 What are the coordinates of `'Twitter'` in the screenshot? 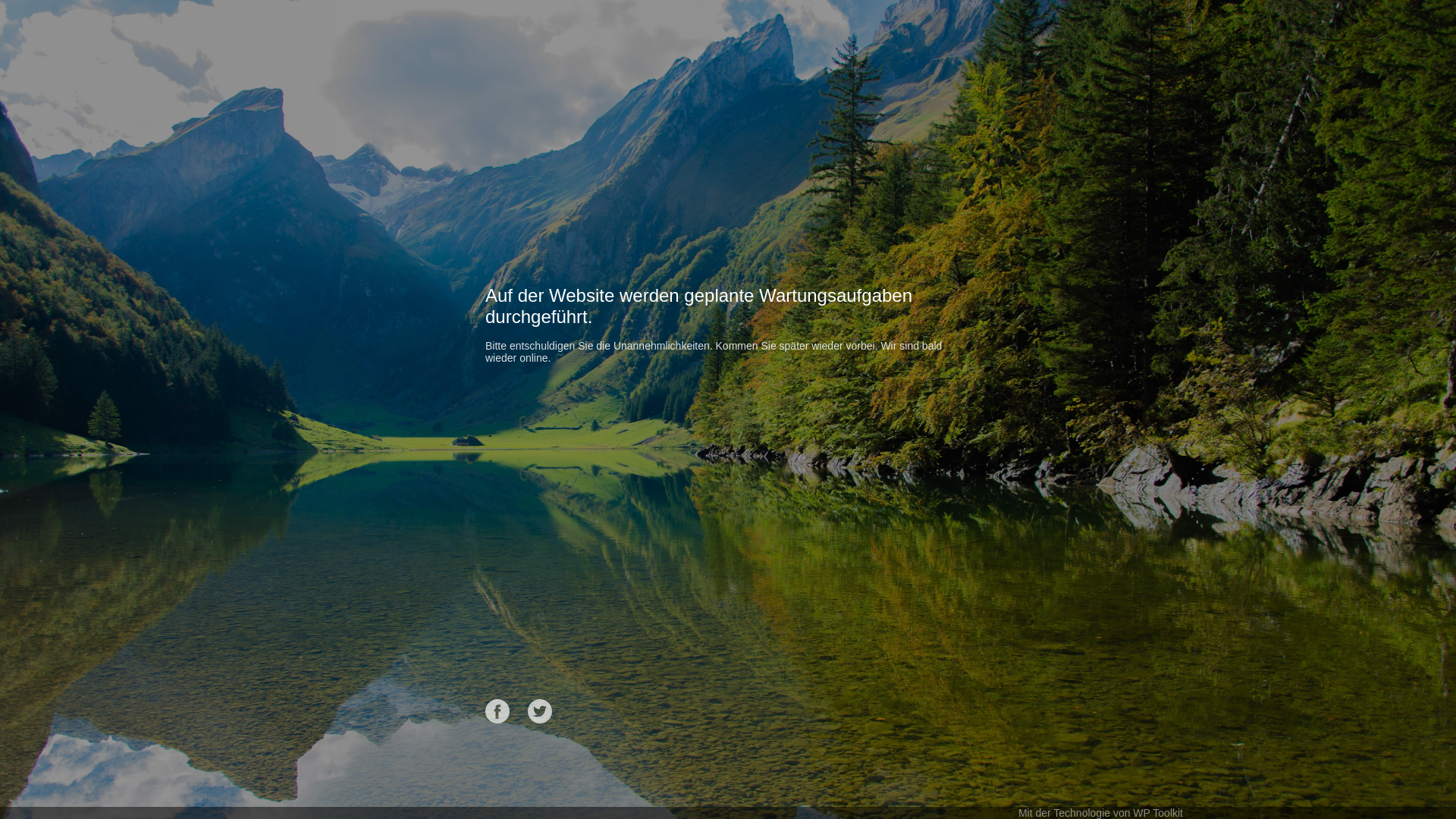 It's located at (539, 711).